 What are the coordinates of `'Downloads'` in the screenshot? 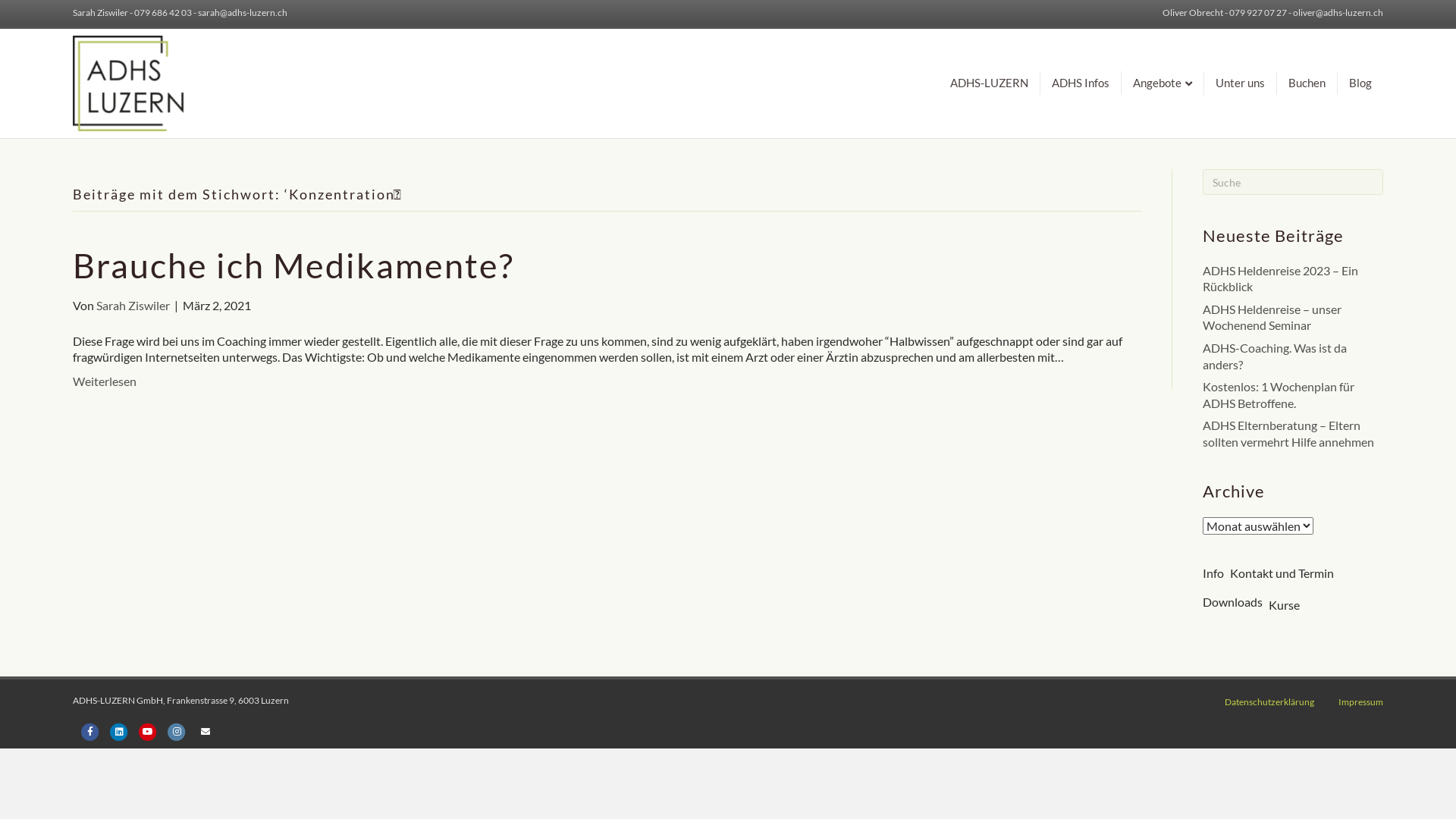 It's located at (1201, 601).